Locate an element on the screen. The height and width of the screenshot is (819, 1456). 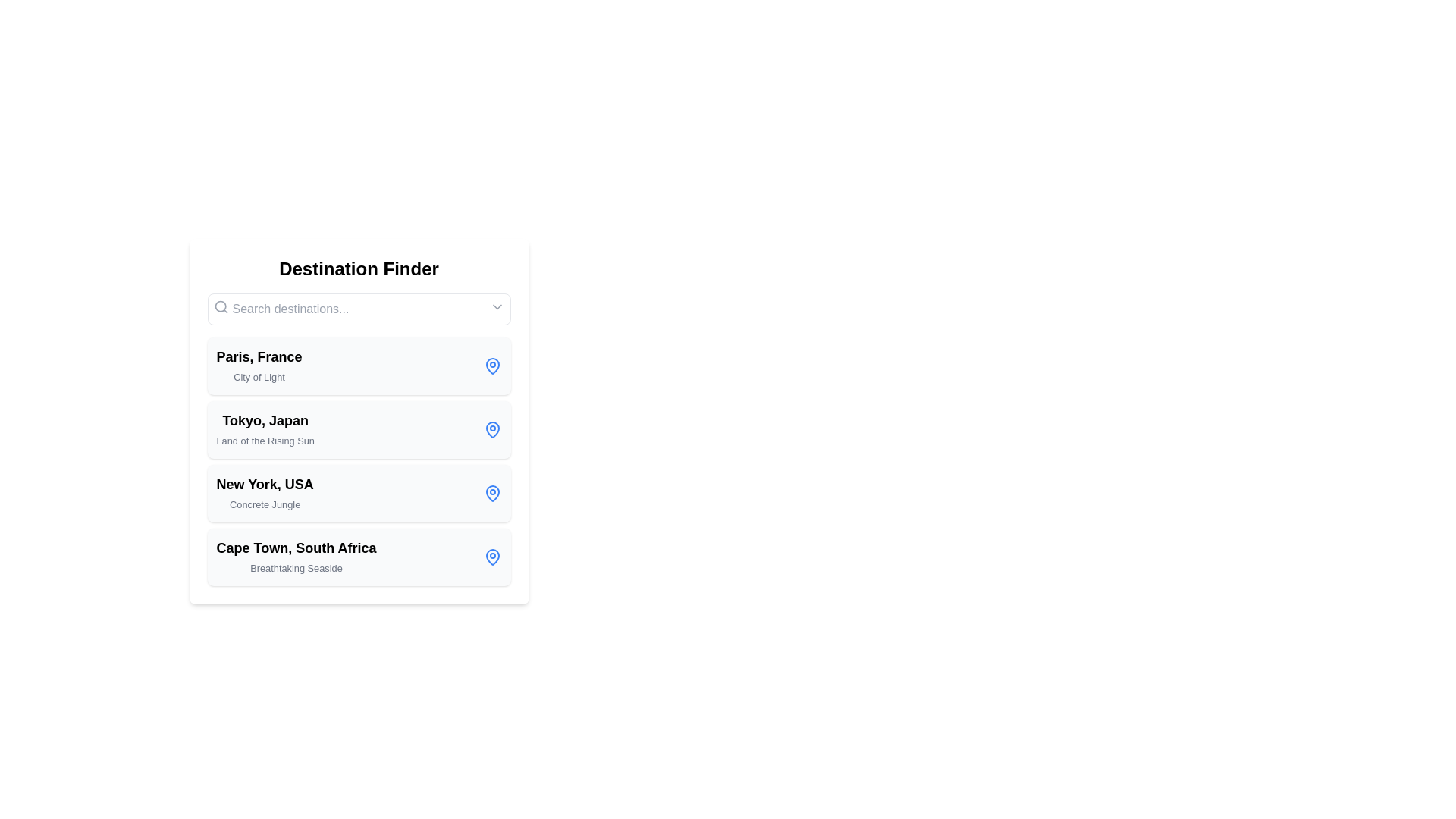
the Text Label that serves as a title for the fourth item in the list within the 'Destination Finder' panel, positioned above the subtitle 'Breathtaking Seaside' is located at coordinates (297, 548).